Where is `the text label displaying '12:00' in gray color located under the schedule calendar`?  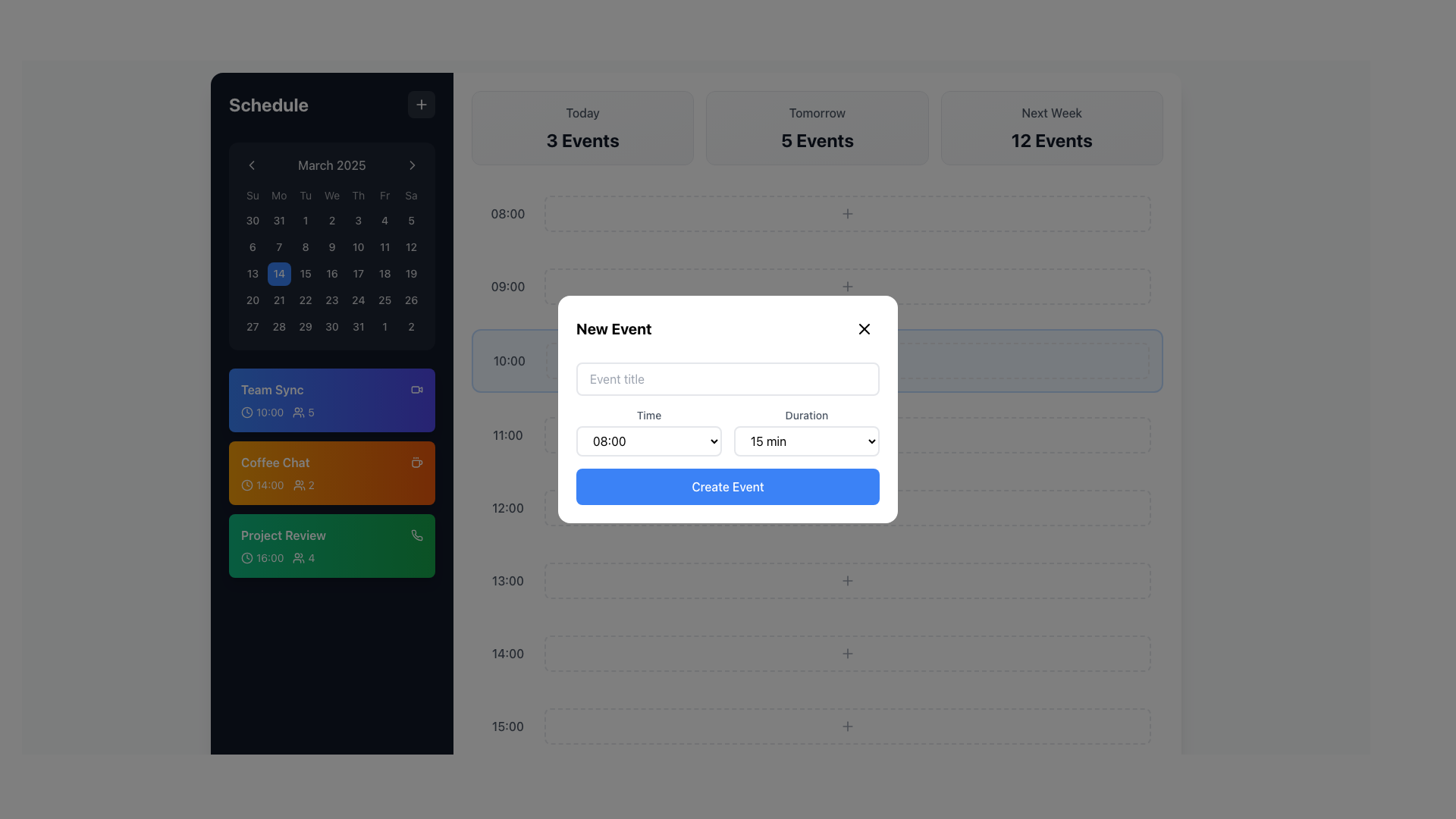
the text label displaying '12:00' in gray color located under the schedule calendar is located at coordinates (508, 508).